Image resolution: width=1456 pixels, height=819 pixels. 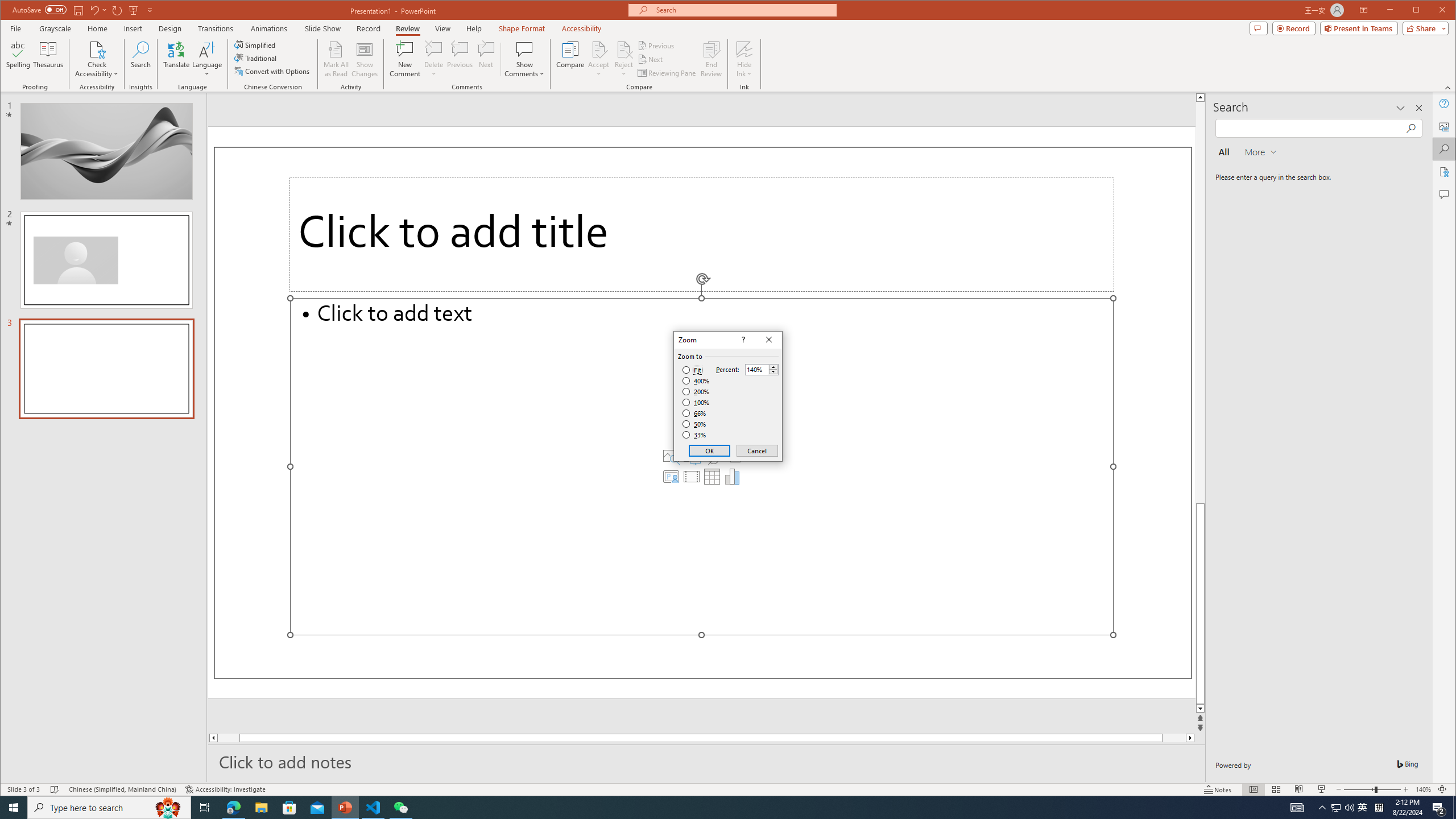 I want to click on 'Reject', so click(x=623, y=59).